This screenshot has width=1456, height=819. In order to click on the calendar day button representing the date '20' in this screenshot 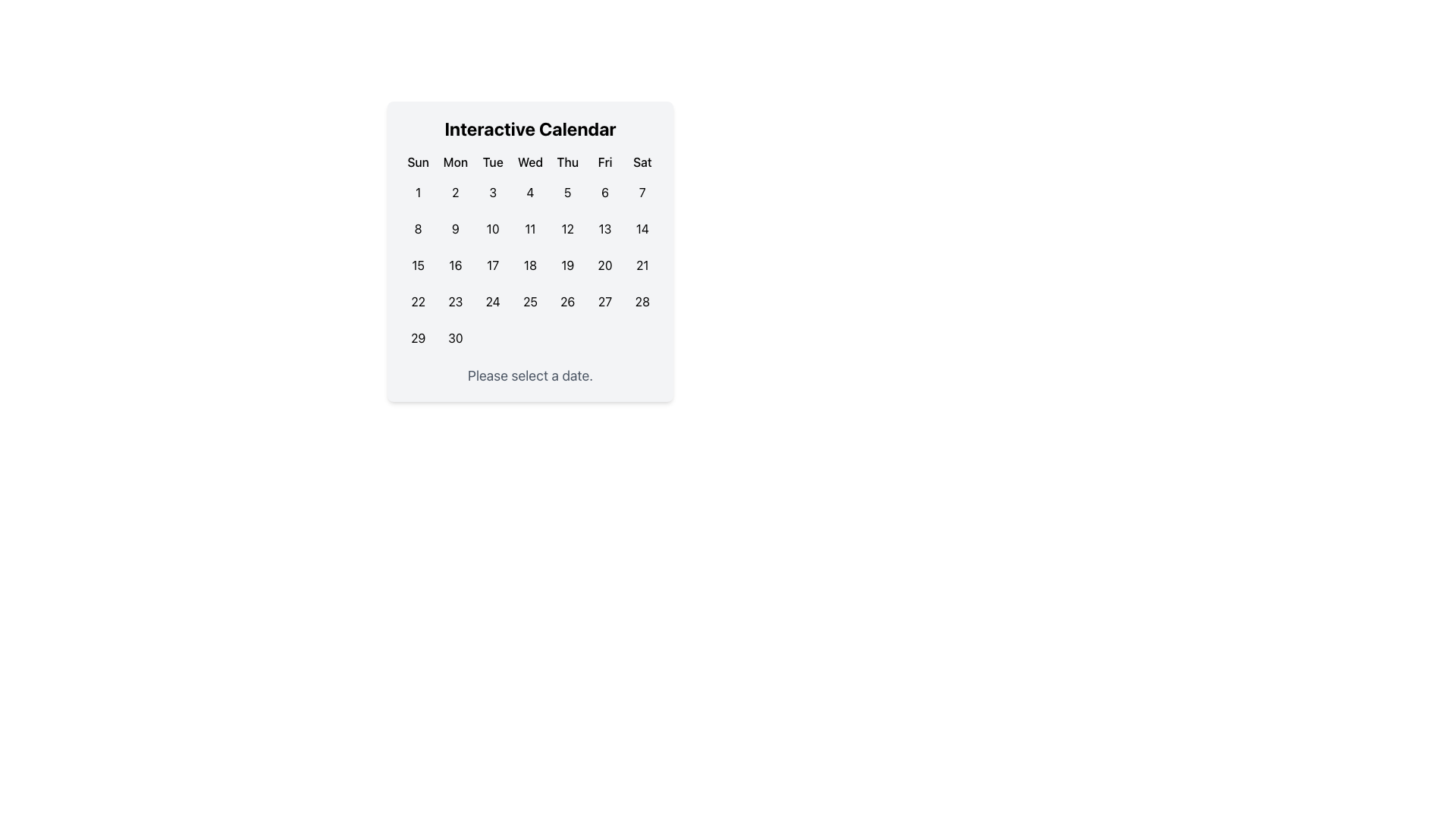, I will do `click(604, 265)`.